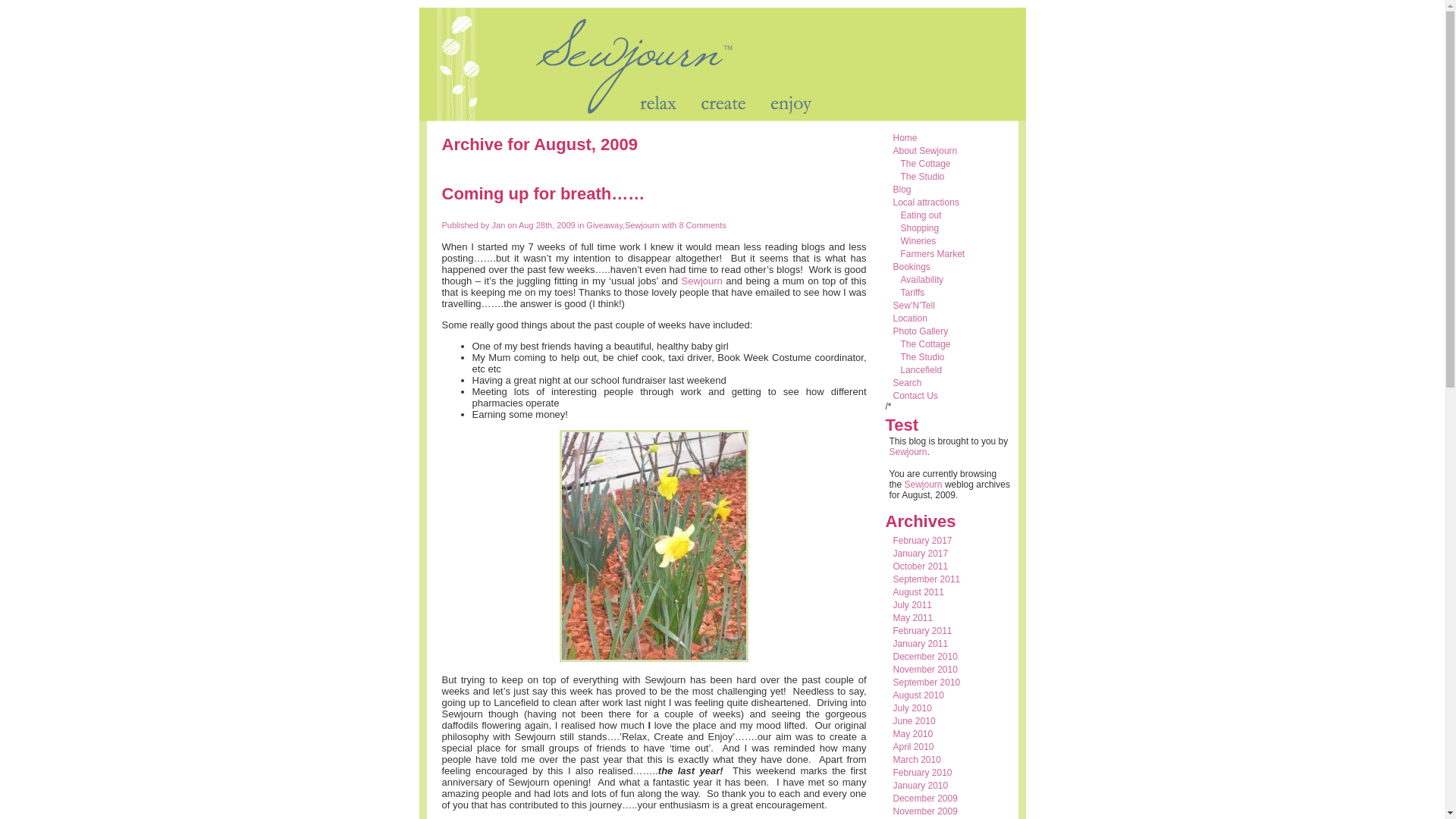 The width and height of the screenshot is (1456, 819). I want to click on 'Availability', so click(921, 280).